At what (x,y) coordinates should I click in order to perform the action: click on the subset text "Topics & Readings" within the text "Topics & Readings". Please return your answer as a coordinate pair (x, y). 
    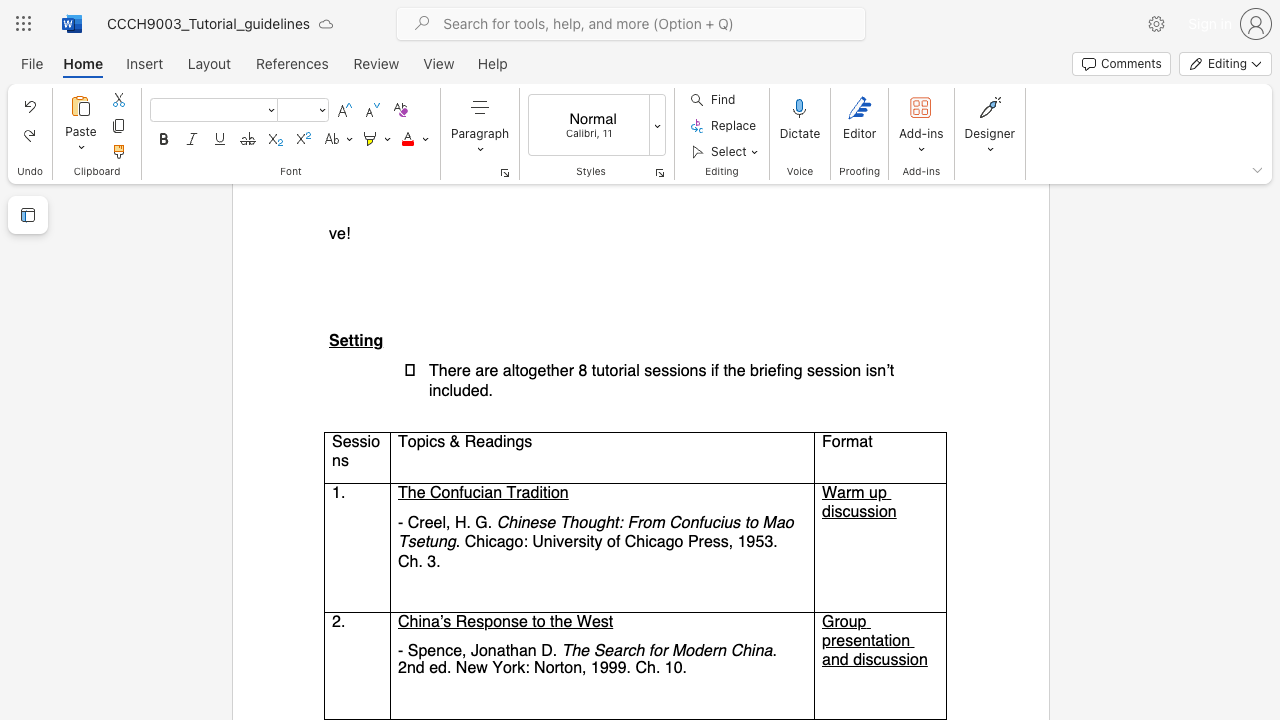
    Looking at the image, I should click on (397, 440).